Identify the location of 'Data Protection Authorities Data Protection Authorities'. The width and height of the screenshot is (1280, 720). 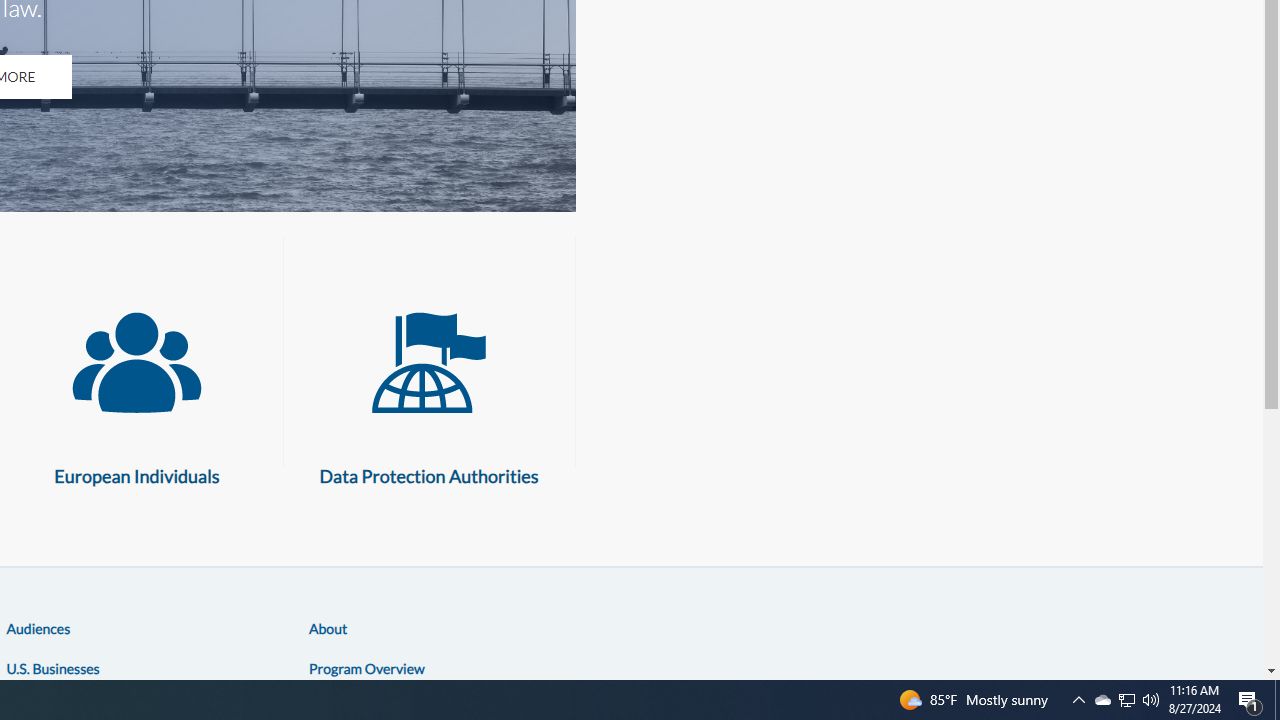
(428, 389).